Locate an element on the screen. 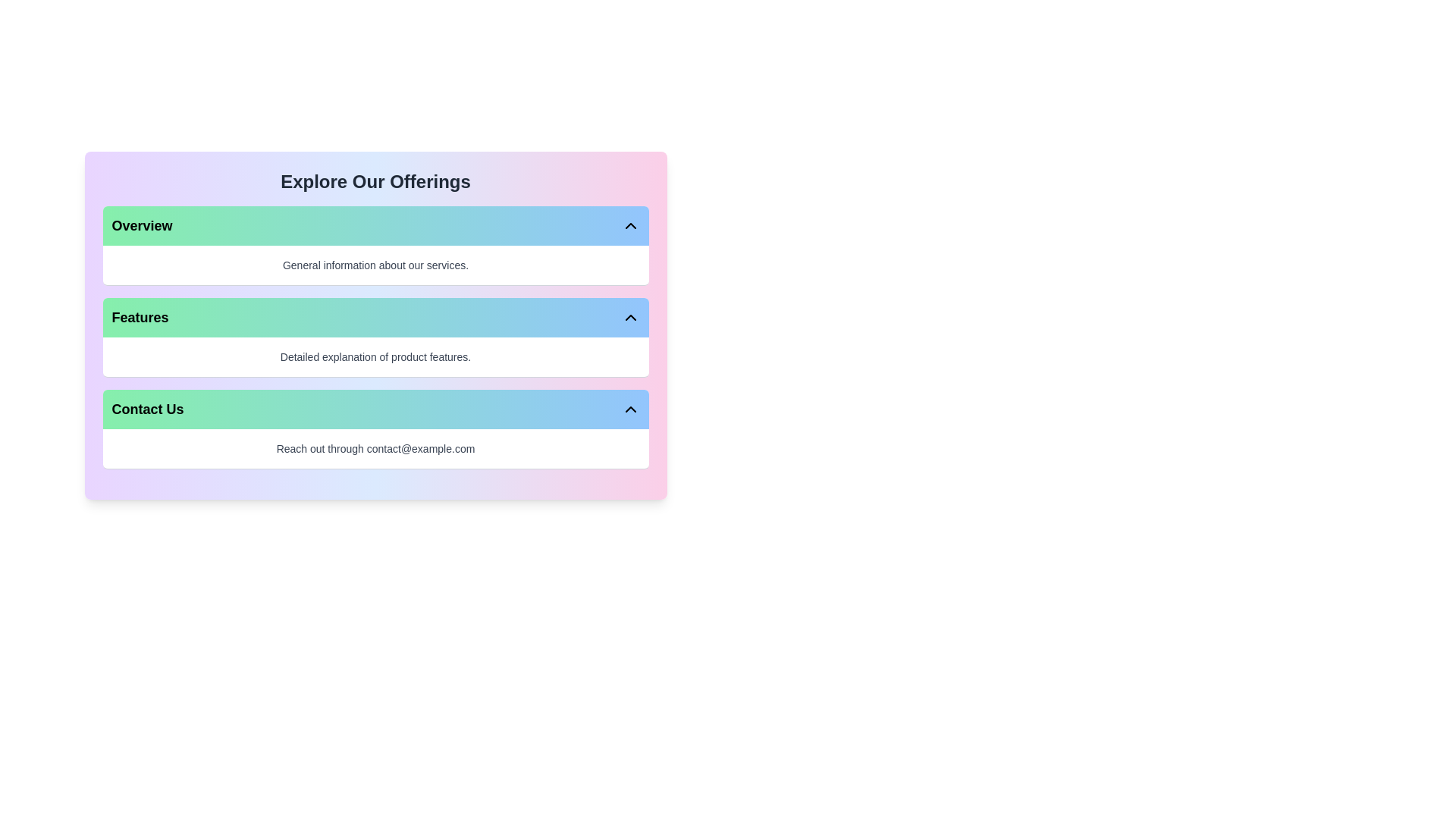 Image resolution: width=1456 pixels, height=819 pixels. information displayed in the collapsible section header labeled 'Overview', which includes general information about services is located at coordinates (375, 245).